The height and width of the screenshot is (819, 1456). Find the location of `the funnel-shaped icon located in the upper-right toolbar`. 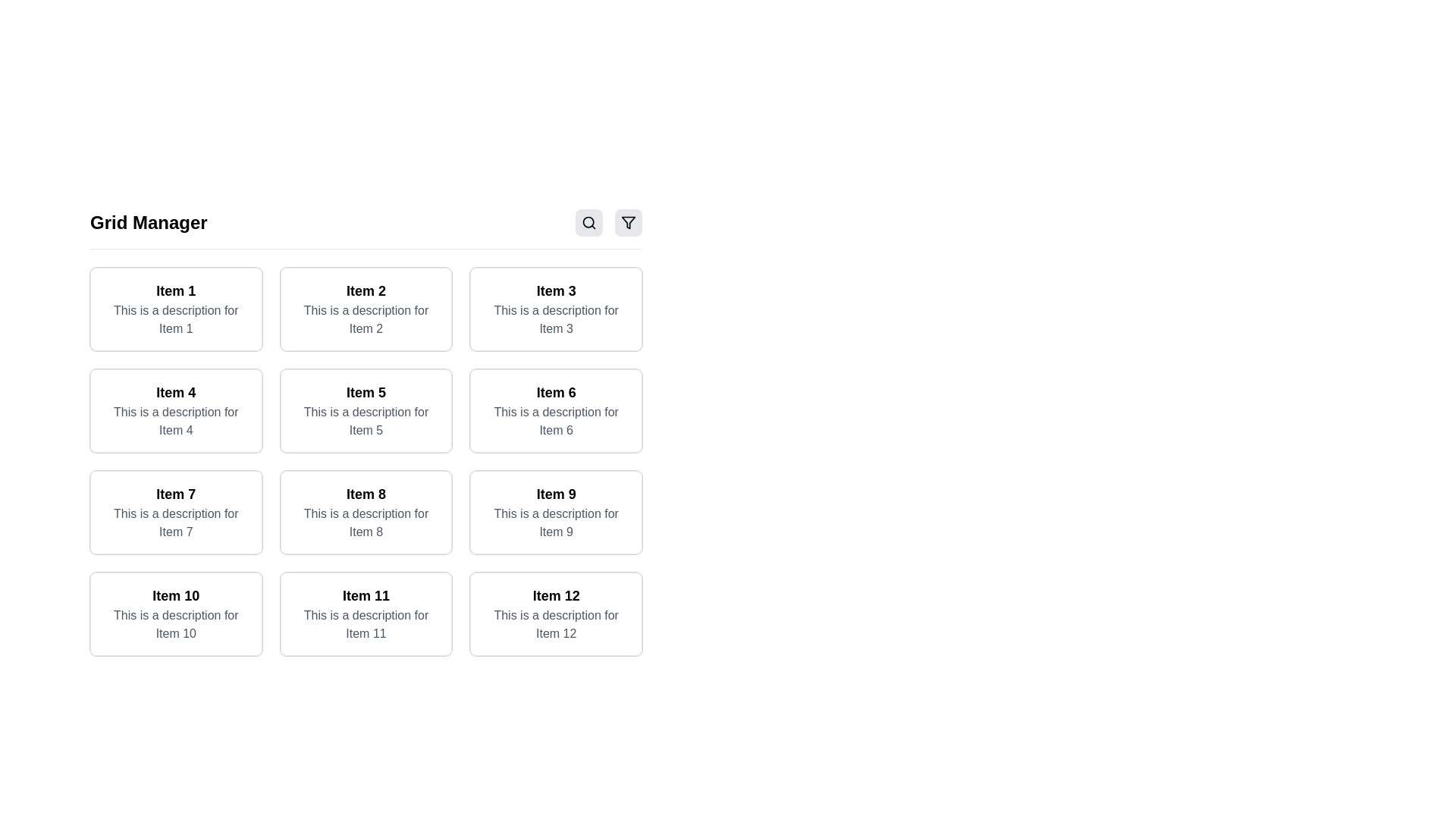

the funnel-shaped icon located in the upper-right toolbar is located at coordinates (629, 222).